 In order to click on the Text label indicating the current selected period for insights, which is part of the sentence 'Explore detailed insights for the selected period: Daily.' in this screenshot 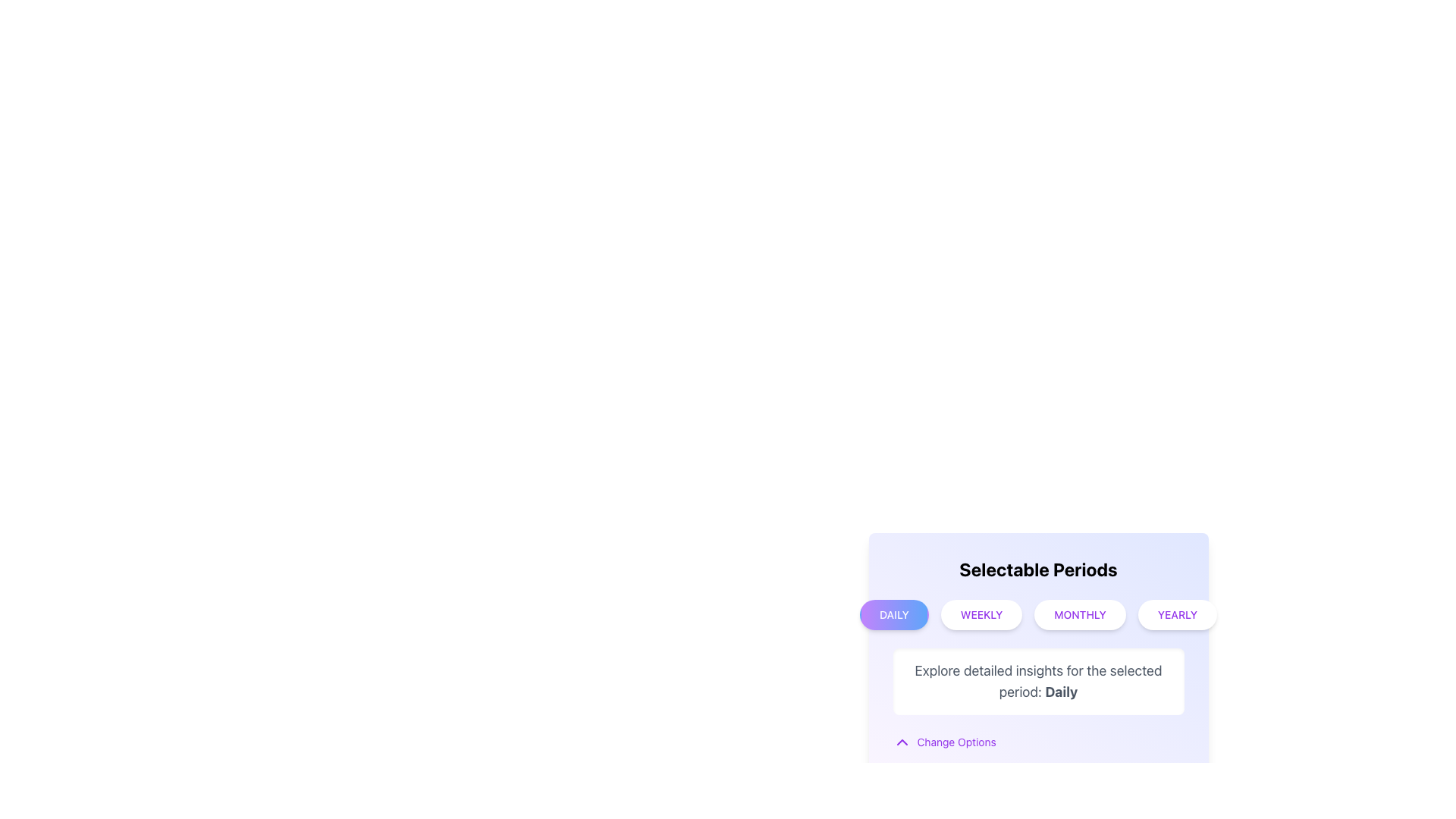, I will do `click(1060, 692)`.